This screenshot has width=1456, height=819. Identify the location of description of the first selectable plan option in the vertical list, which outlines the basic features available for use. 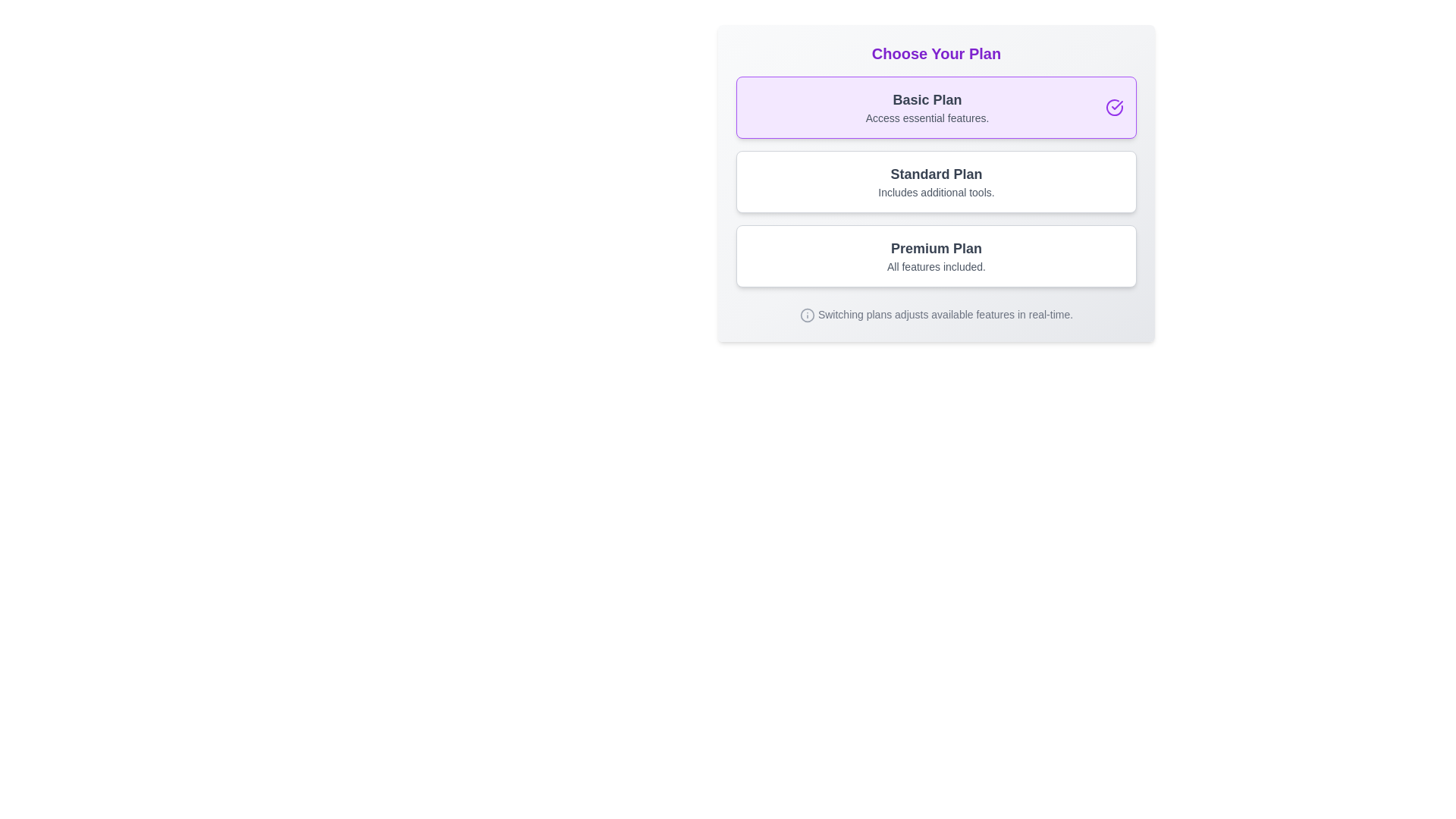
(927, 107).